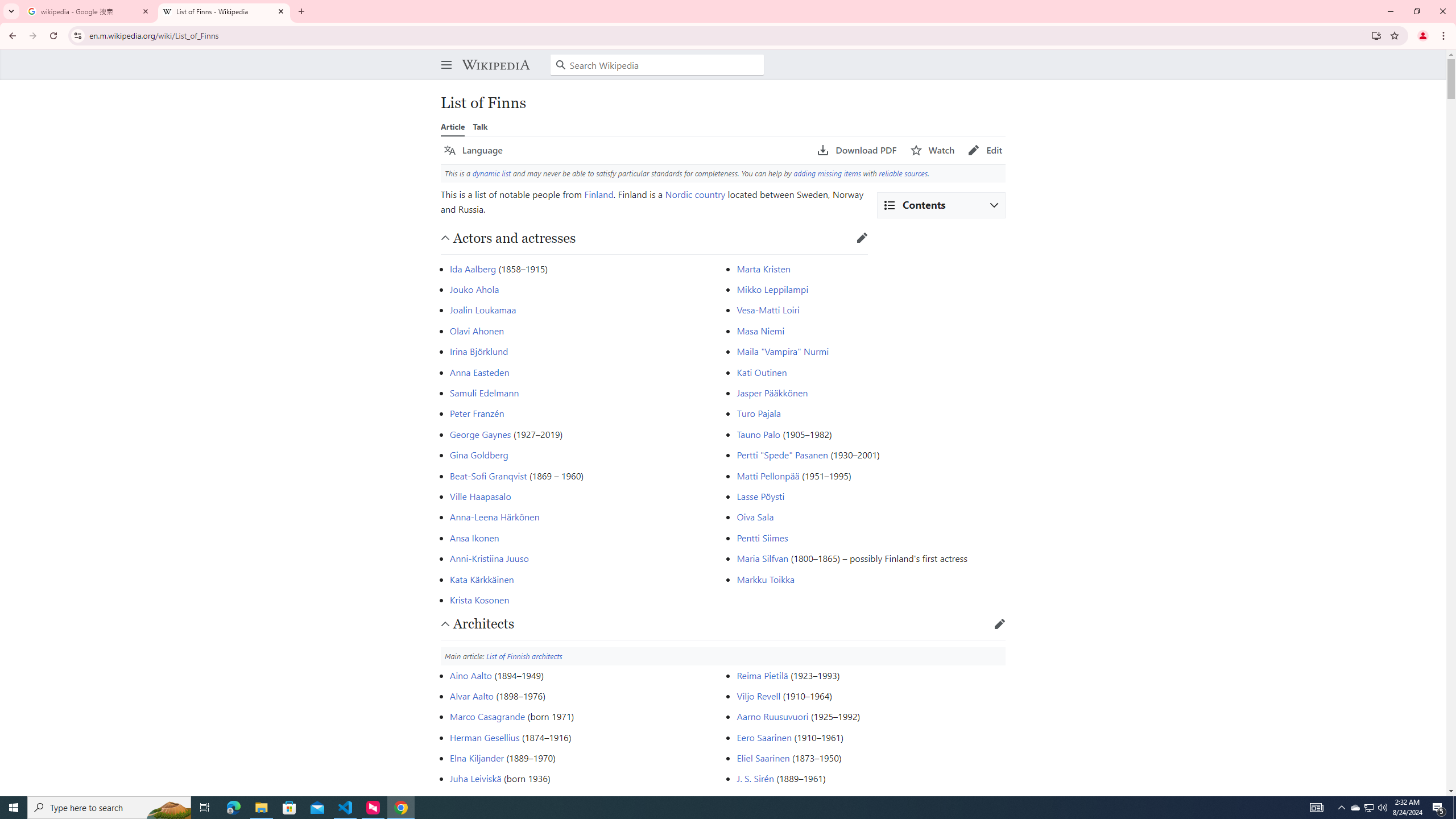  I want to click on 'Krista Kosonen', so click(479, 599).